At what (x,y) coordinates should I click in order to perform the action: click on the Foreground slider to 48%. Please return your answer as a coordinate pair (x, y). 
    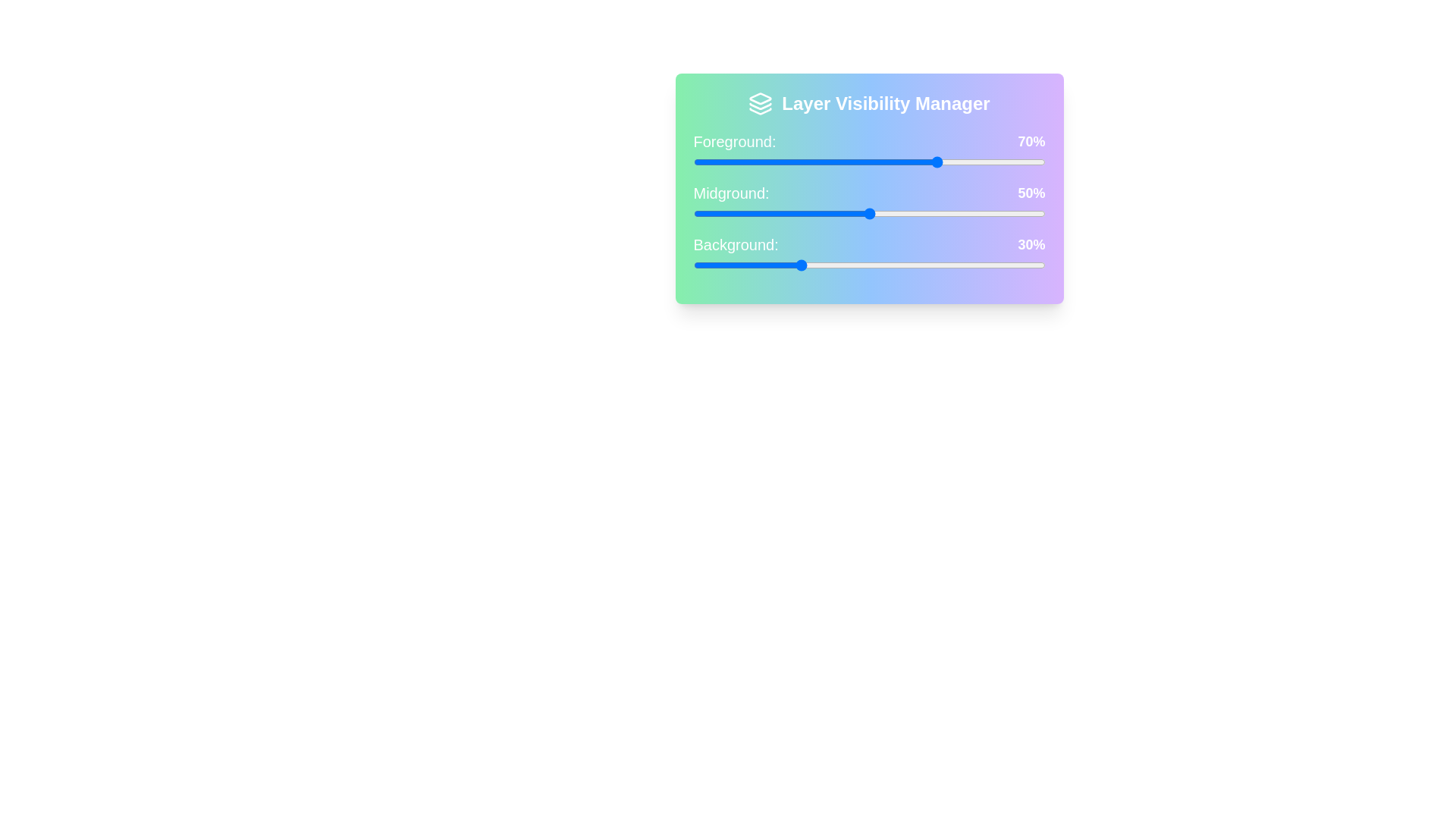
    Looking at the image, I should click on (862, 162).